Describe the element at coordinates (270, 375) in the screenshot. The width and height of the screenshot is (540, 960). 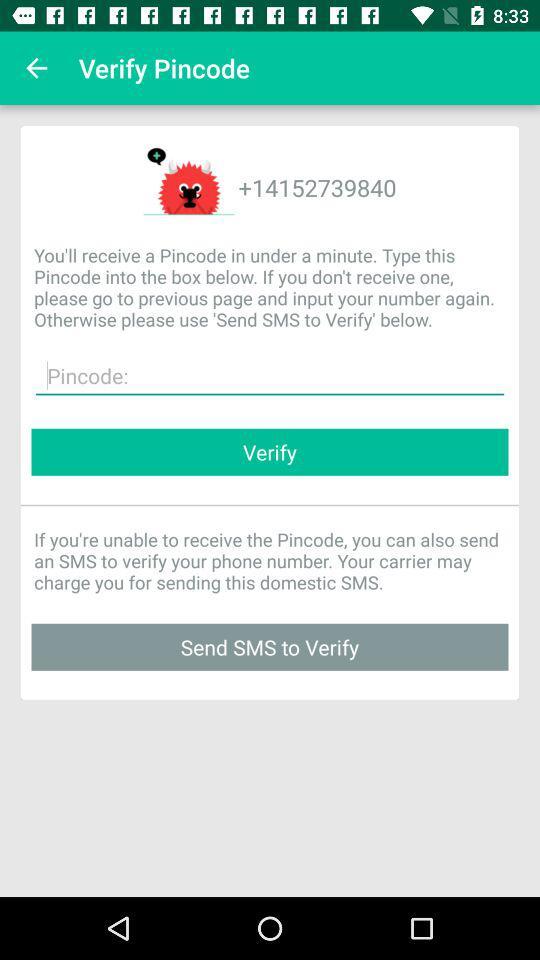
I see `password` at that location.